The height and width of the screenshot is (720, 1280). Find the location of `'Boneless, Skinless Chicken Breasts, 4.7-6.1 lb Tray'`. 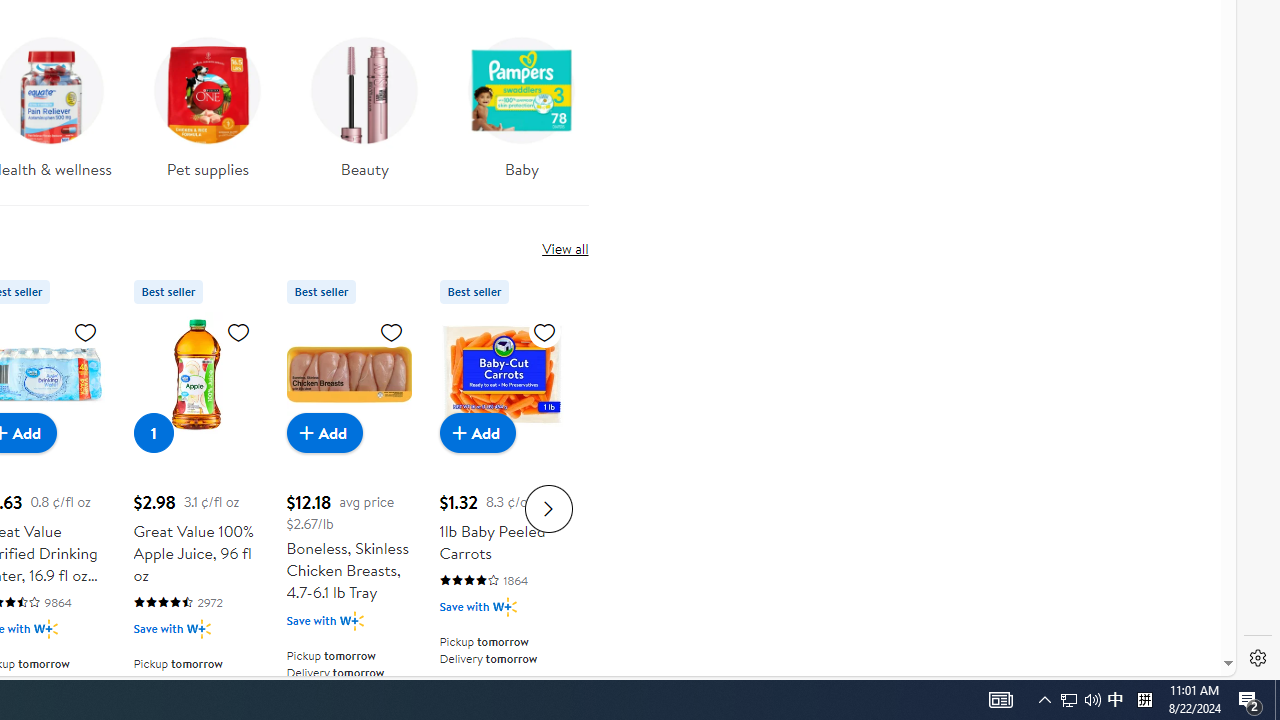

'Boneless, Skinless Chicken Breasts, 4.7-6.1 lb Tray' is located at coordinates (348, 374).